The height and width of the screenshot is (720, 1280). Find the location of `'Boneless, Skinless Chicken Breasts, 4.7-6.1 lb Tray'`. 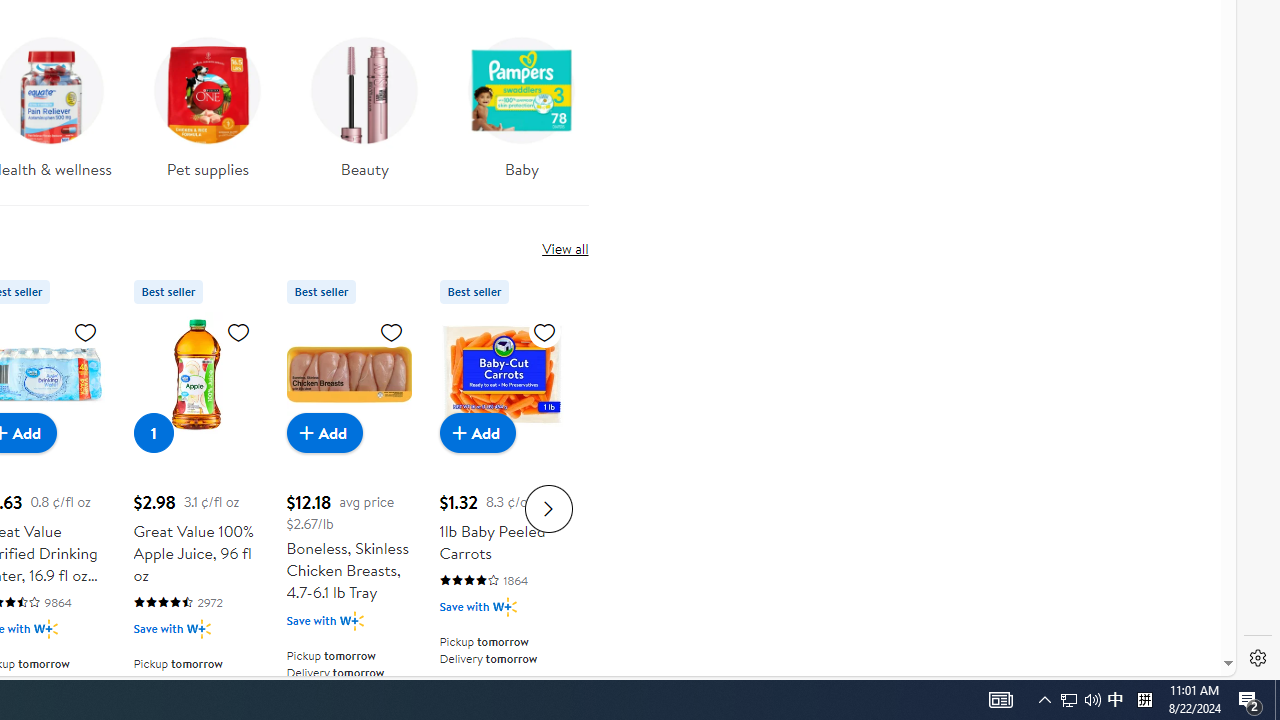

'Boneless, Skinless Chicken Breasts, 4.7-6.1 lb Tray' is located at coordinates (348, 374).